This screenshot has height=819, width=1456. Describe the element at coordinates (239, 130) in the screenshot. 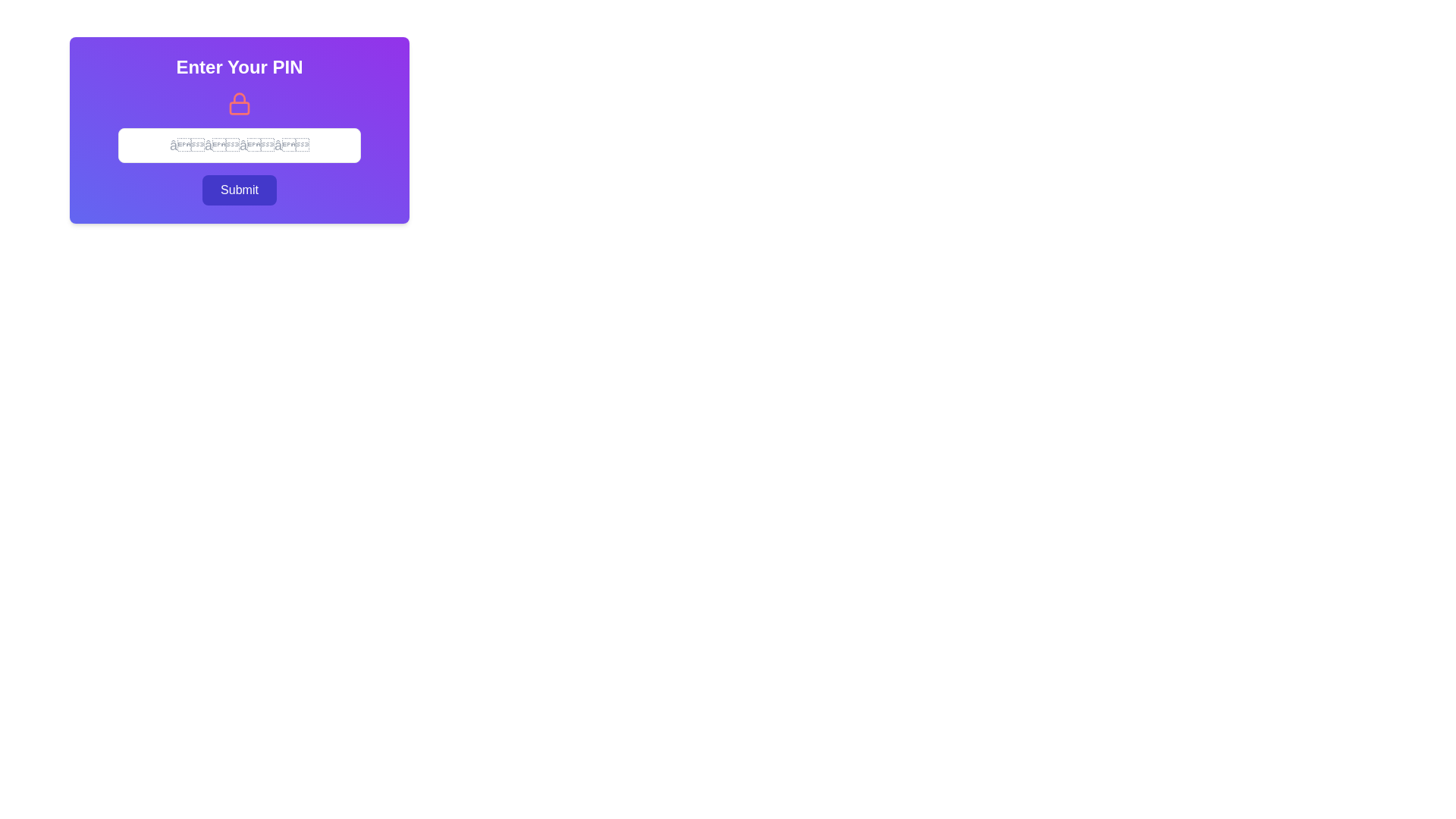

I see `the Password Input Field, which is a rectangular input box with rounded corners, centrally positioned beneath the PIN prompt and lock icon, to focus on it` at that location.